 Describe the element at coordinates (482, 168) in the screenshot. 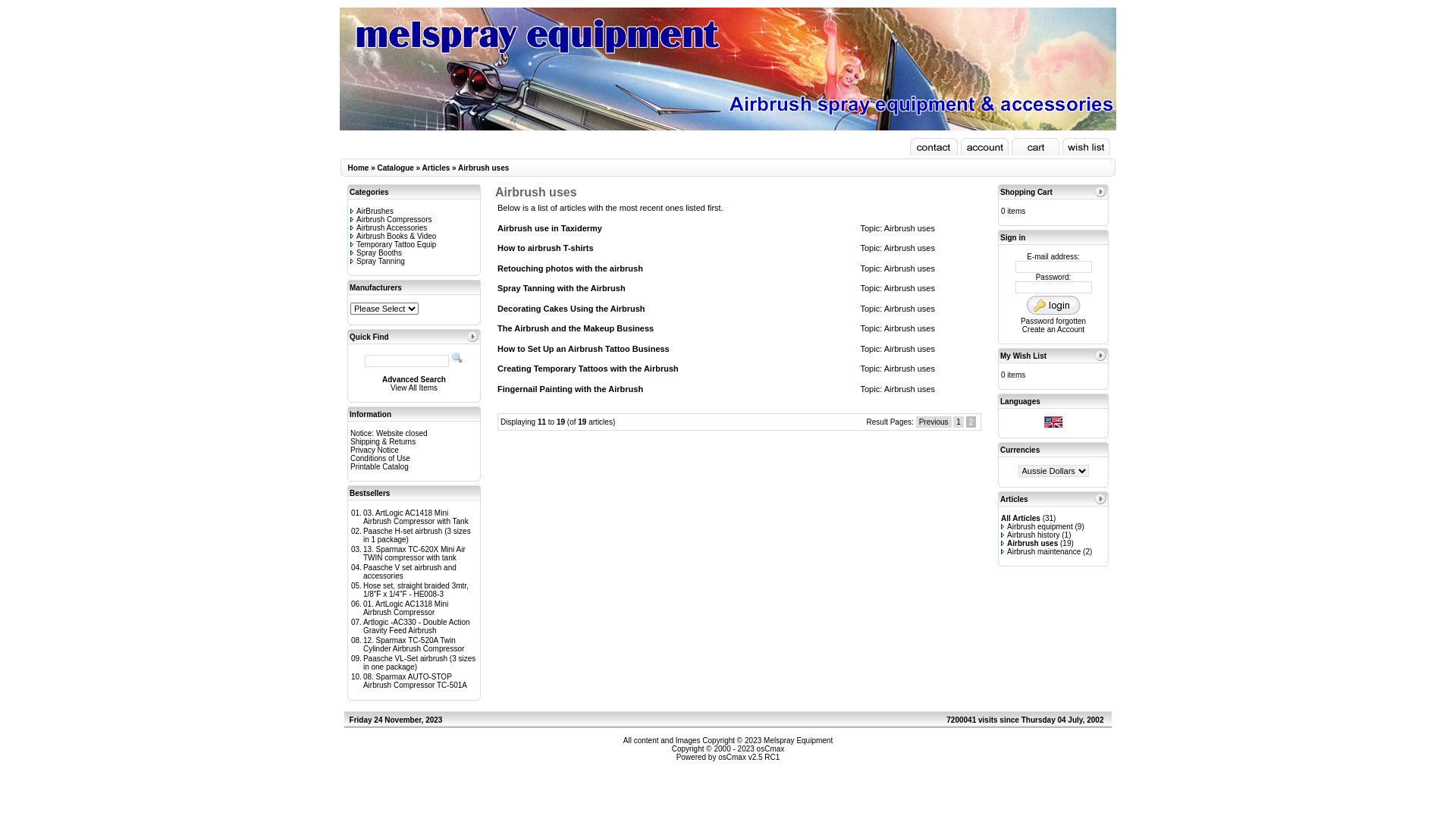

I see `'Airbrush uses'` at that location.